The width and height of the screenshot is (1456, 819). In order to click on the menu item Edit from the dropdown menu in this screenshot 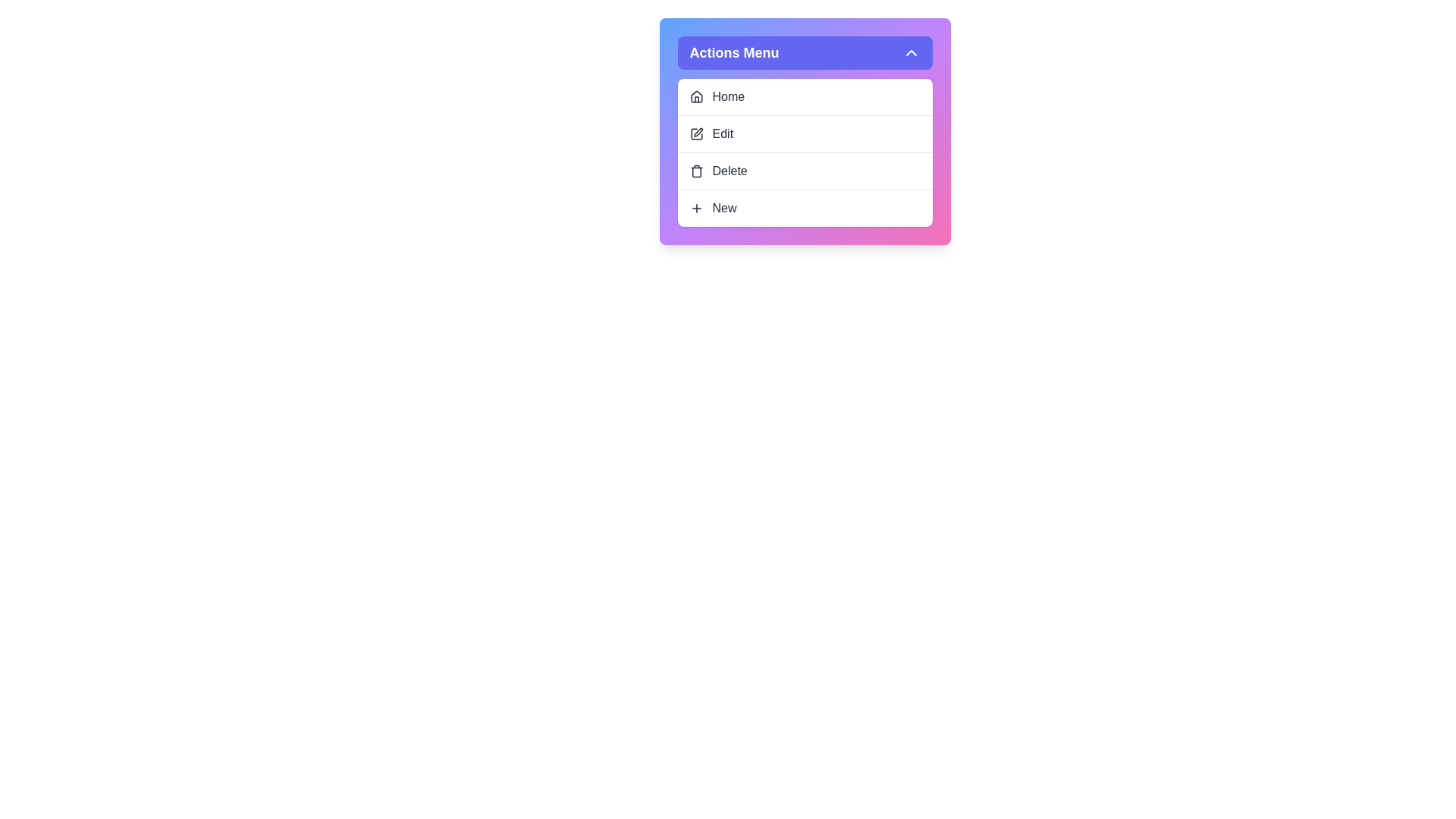, I will do `click(804, 133)`.